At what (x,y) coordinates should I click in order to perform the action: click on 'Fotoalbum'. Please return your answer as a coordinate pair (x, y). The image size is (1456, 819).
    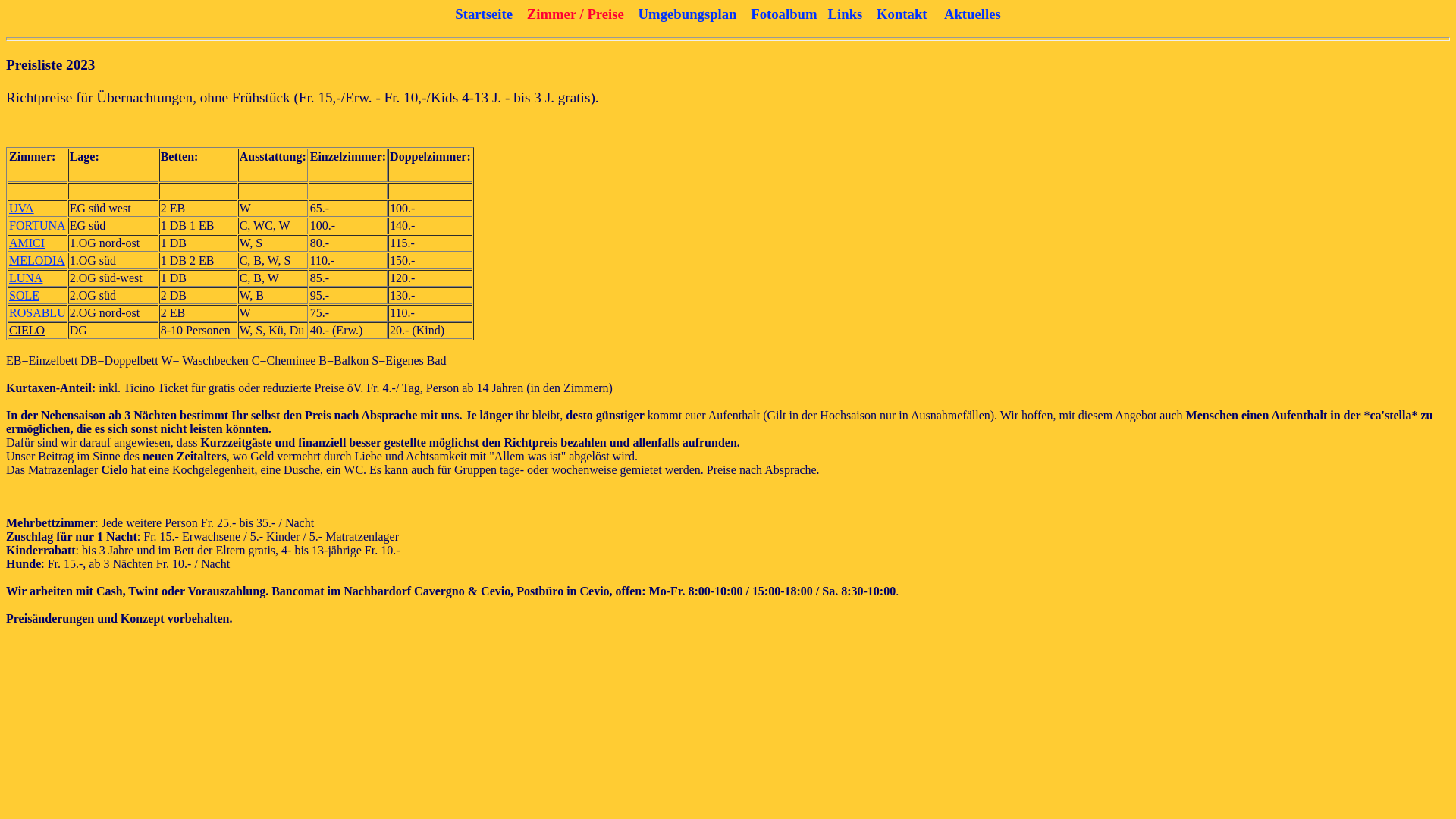
    Looking at the image, I should click on (783, 14).